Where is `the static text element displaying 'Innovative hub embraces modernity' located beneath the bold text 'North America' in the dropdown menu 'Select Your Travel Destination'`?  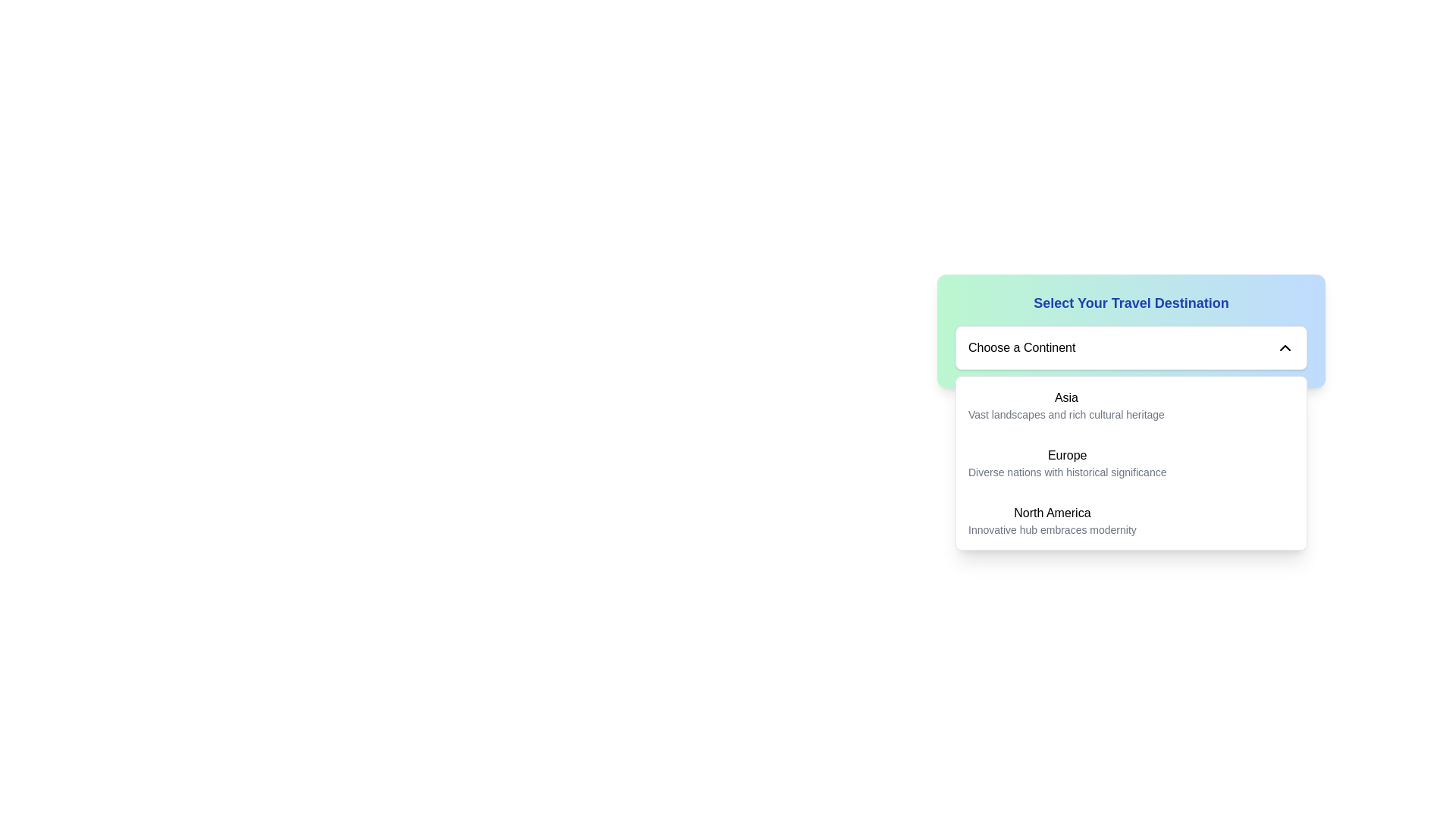
the static text element displaying 'Innovative hub embraces modernity' located beneath the bold text 'North America' in the dropdown menu 'Select Your Travel Destination' is located at coordinates (1051, 529).